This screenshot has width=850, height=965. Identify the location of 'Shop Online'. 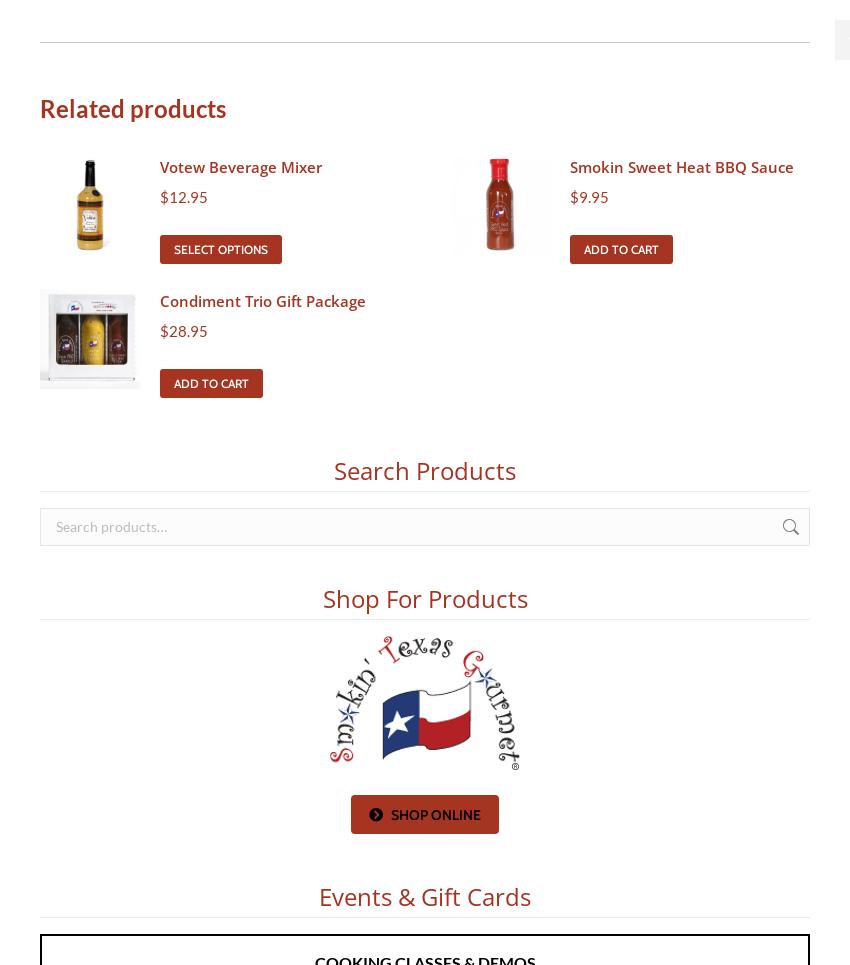
(434, 815).